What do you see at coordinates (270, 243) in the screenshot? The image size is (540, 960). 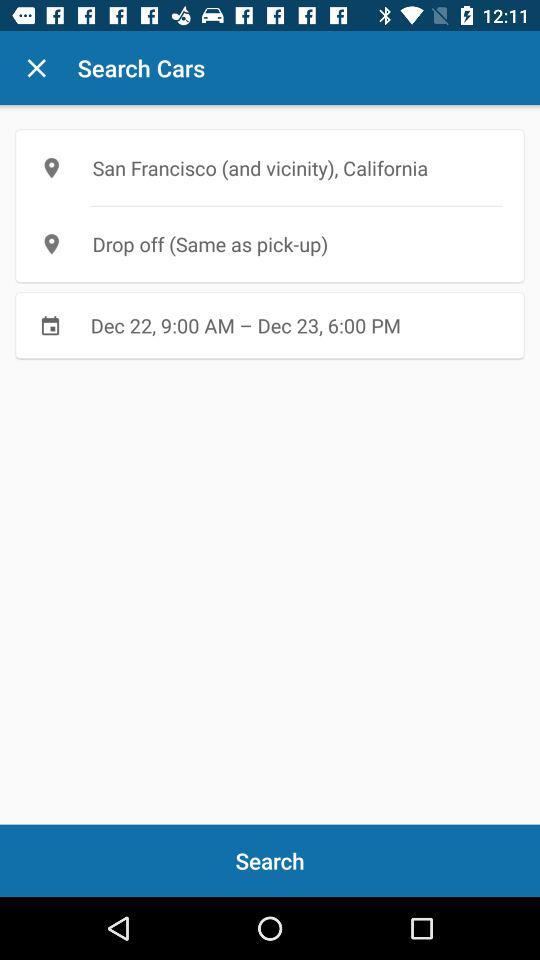 I see `the drop off same icon` at bounding box center [270, 243].